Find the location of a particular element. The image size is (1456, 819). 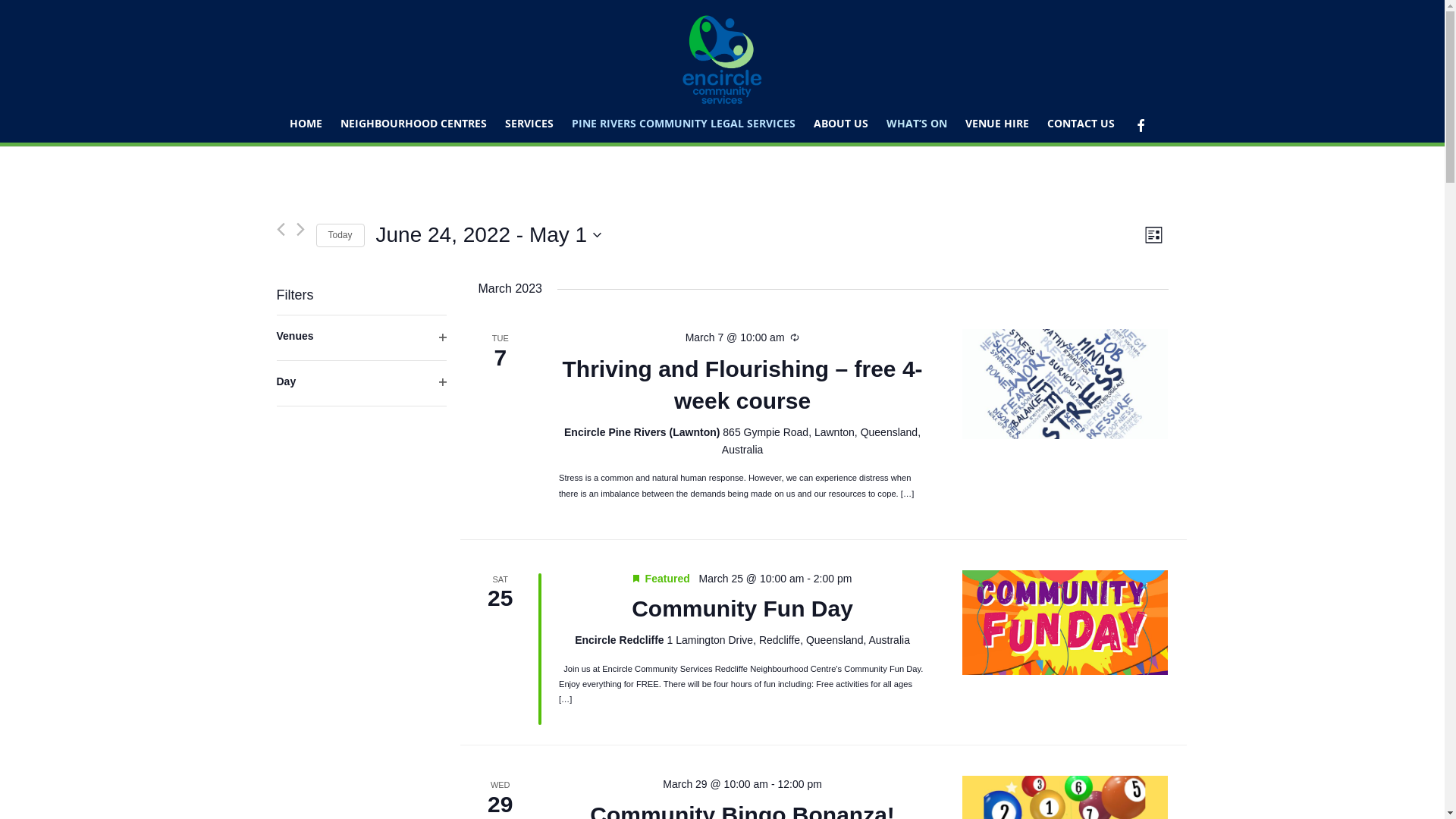

'Day is located at coordinates (359, 382).